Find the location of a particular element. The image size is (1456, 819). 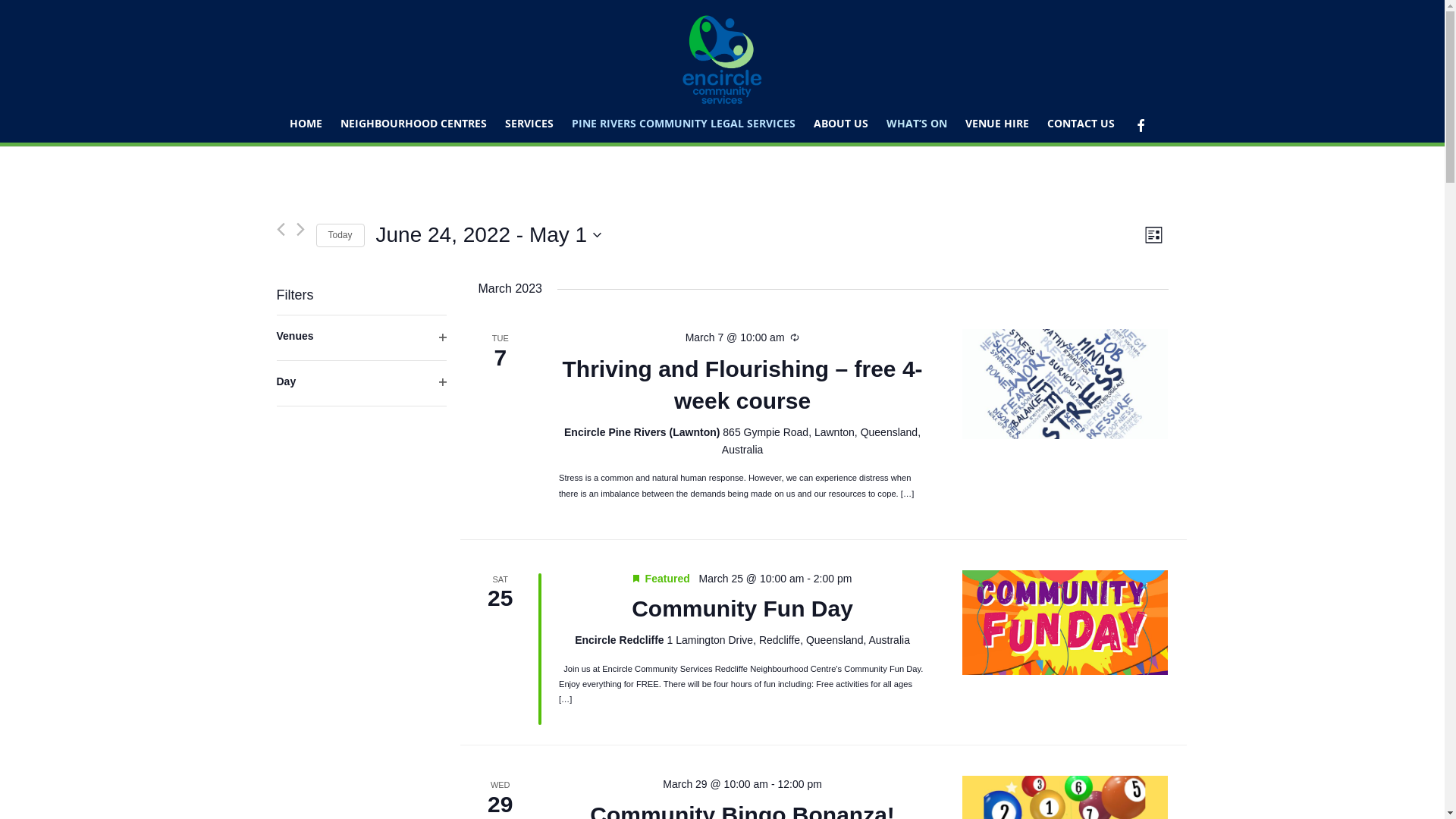

'Day is located at coordinates (359, 382).